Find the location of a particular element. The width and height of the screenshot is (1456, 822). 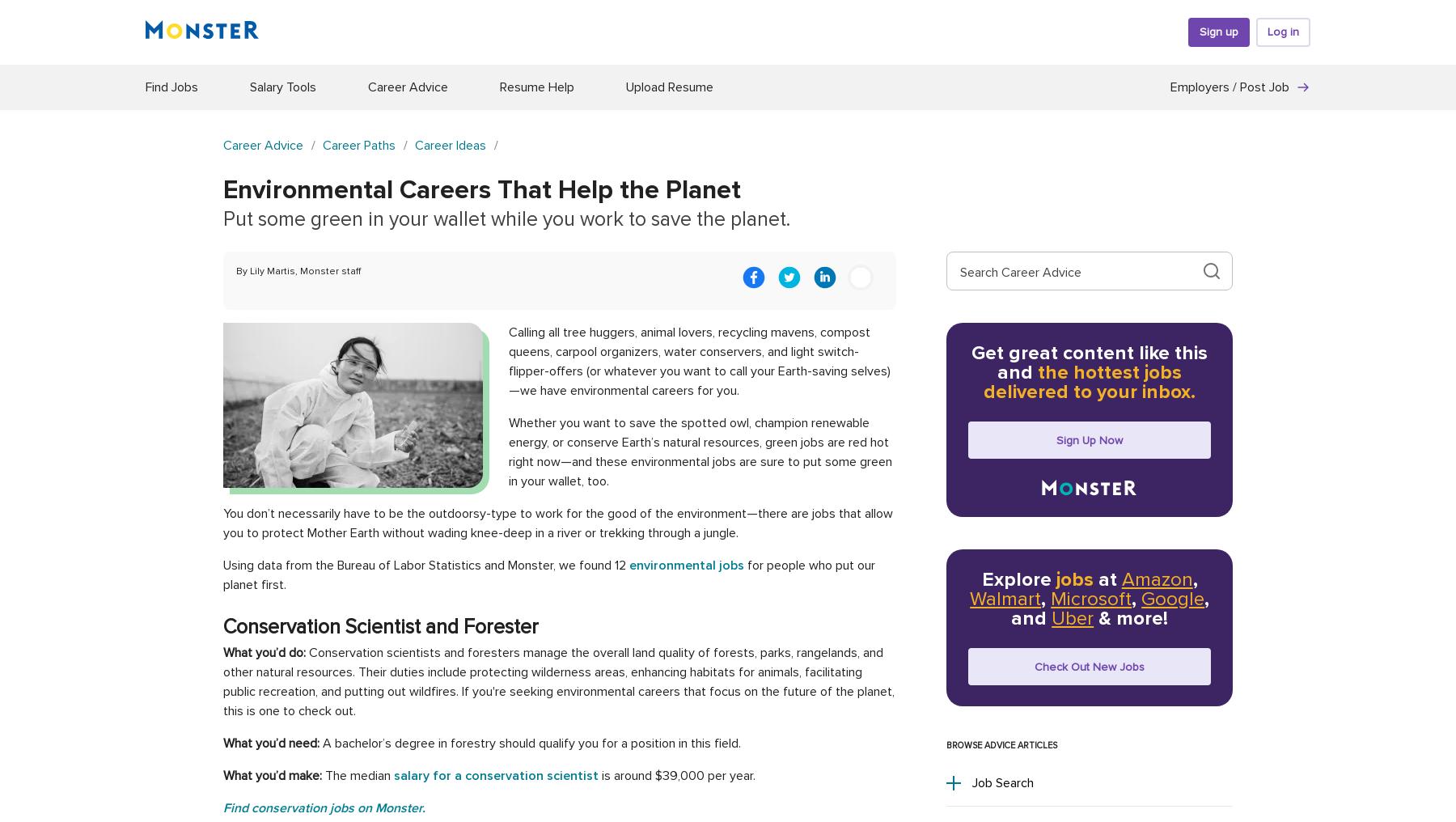

'Calling all tree huggers, animal lovers, recycling mavens, compost queens, carpool organizers, water conservers, and light switch-flipper-offers (or whatever you want to call your Earth-saving selves)—we have environmental careers for you.' is located at coordinates (700, 362).